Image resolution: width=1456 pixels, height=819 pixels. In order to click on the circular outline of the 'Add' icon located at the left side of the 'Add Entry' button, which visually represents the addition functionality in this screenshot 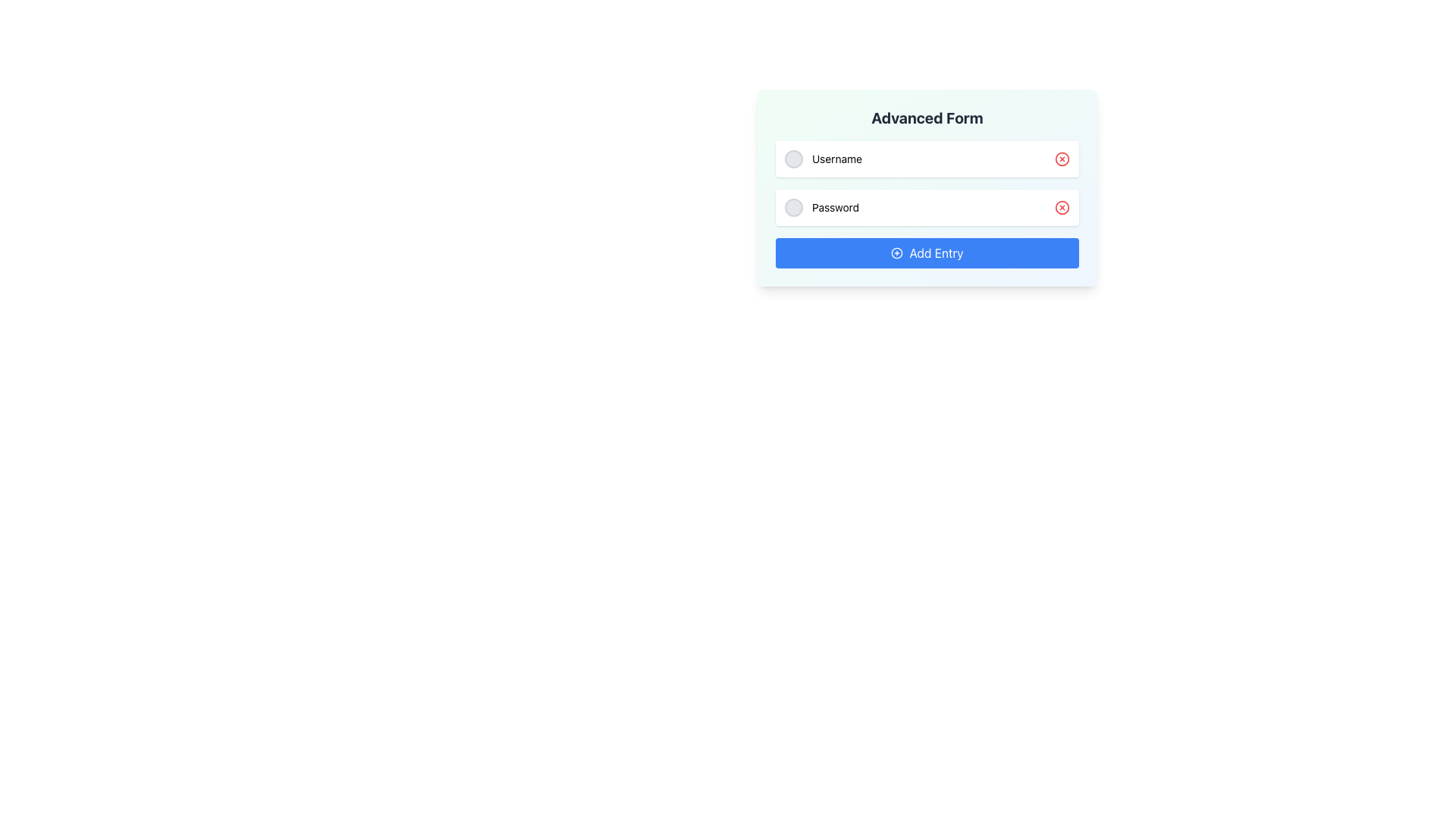, I will do `click(897, 253)`.